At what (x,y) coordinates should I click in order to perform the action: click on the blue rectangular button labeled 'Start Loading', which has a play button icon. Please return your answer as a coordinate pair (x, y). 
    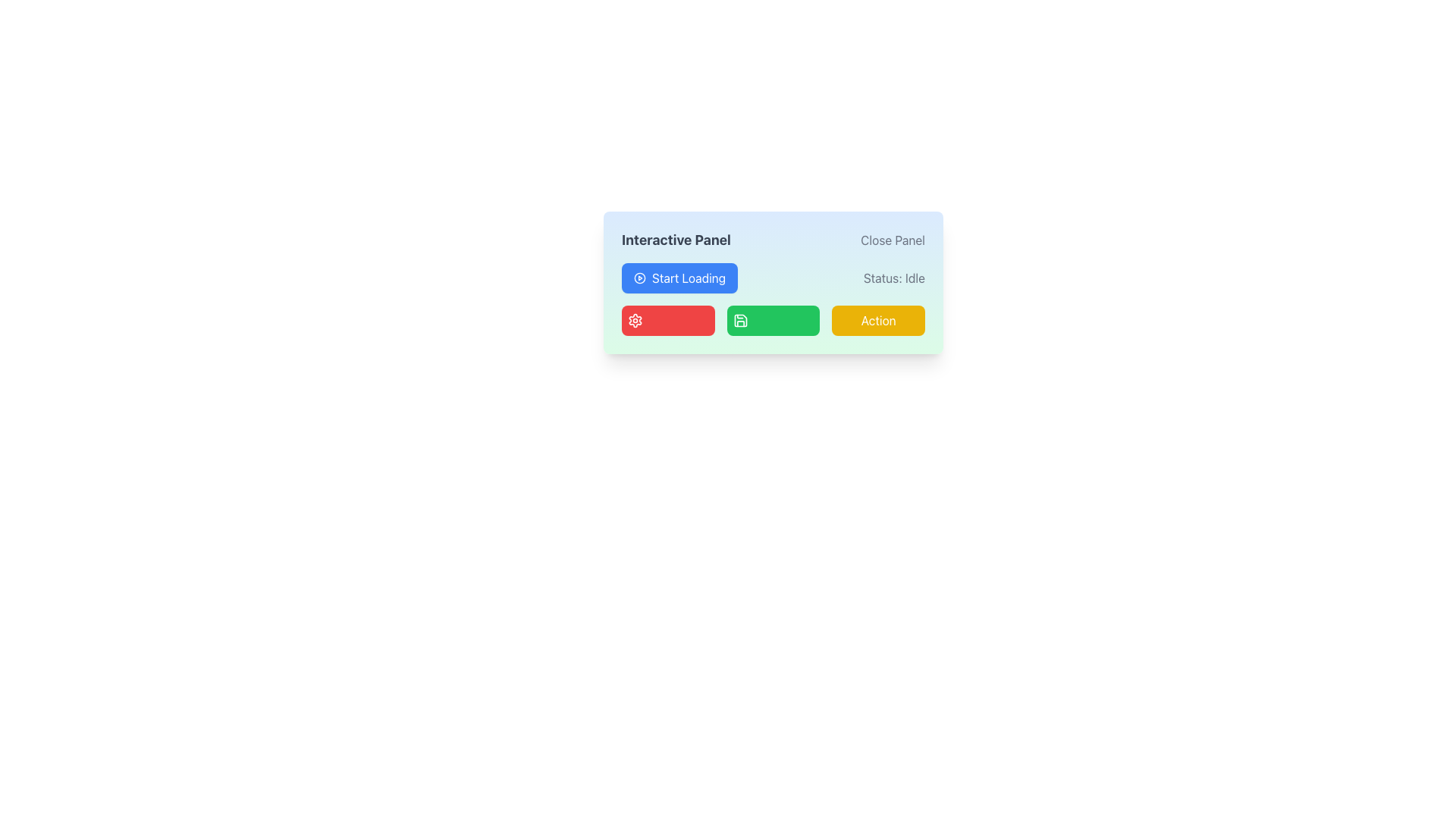
    Looking at the image, I should click on (679, 278).